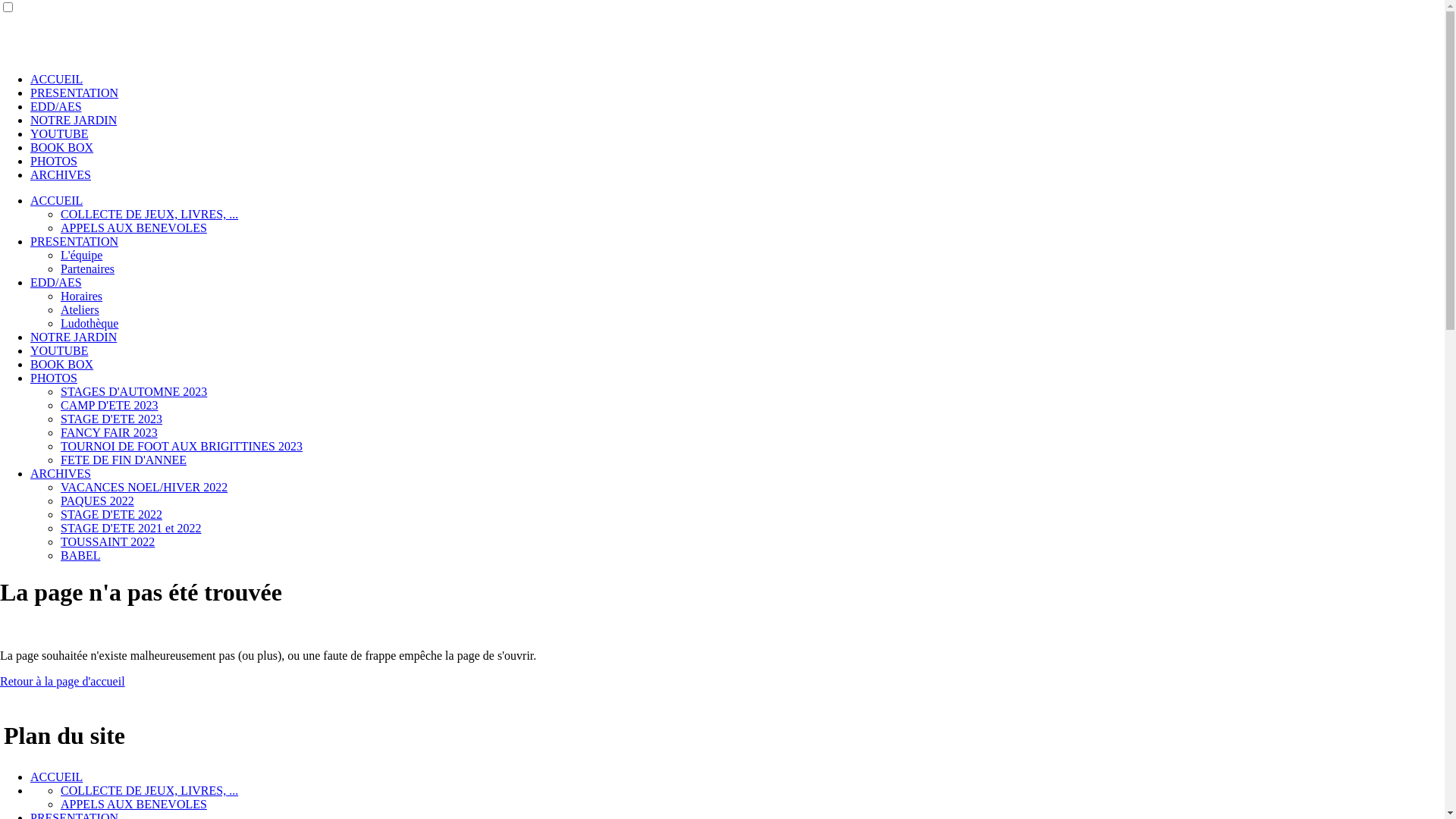  I want to click on 'STAGE D'ETE 2021 et 2022', so click(130, 527).